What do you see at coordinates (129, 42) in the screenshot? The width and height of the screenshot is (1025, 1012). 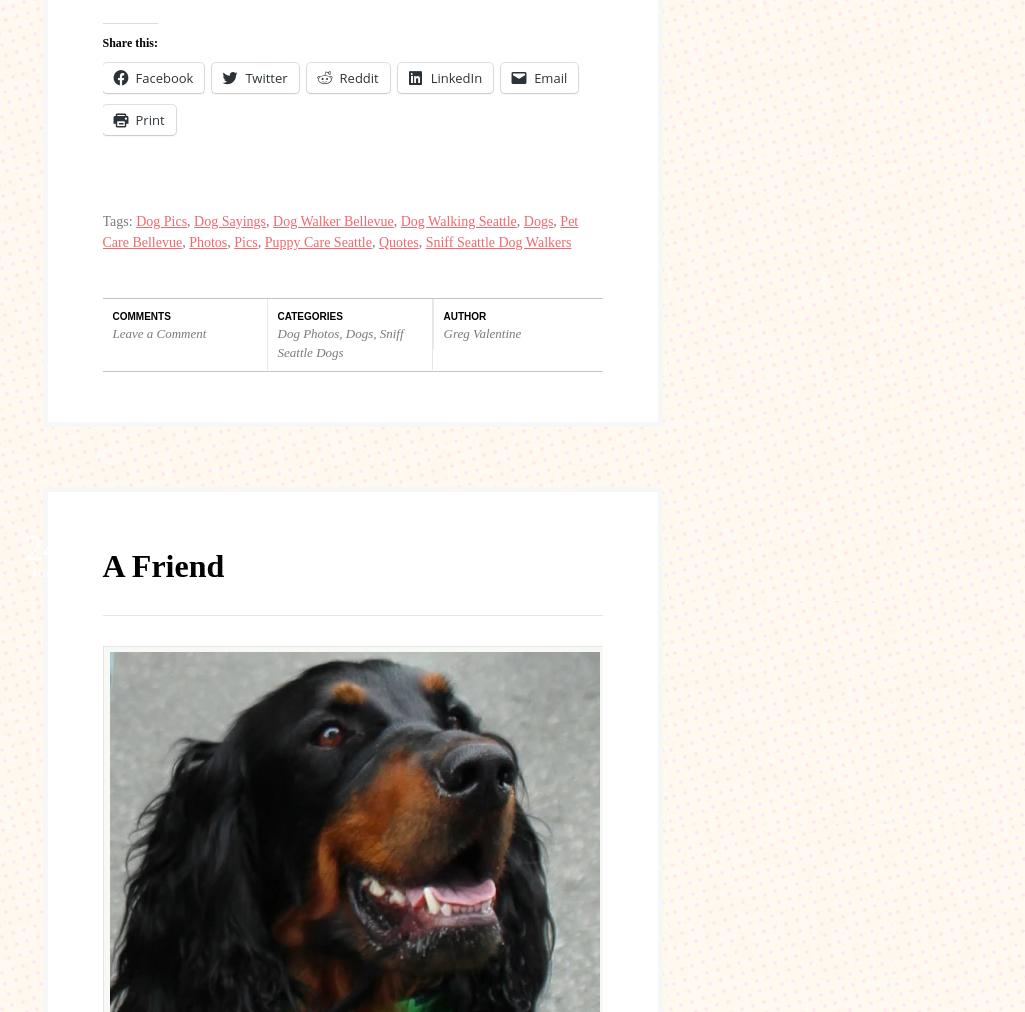 I see `'Share this:'` at bounding box center [129, 42].